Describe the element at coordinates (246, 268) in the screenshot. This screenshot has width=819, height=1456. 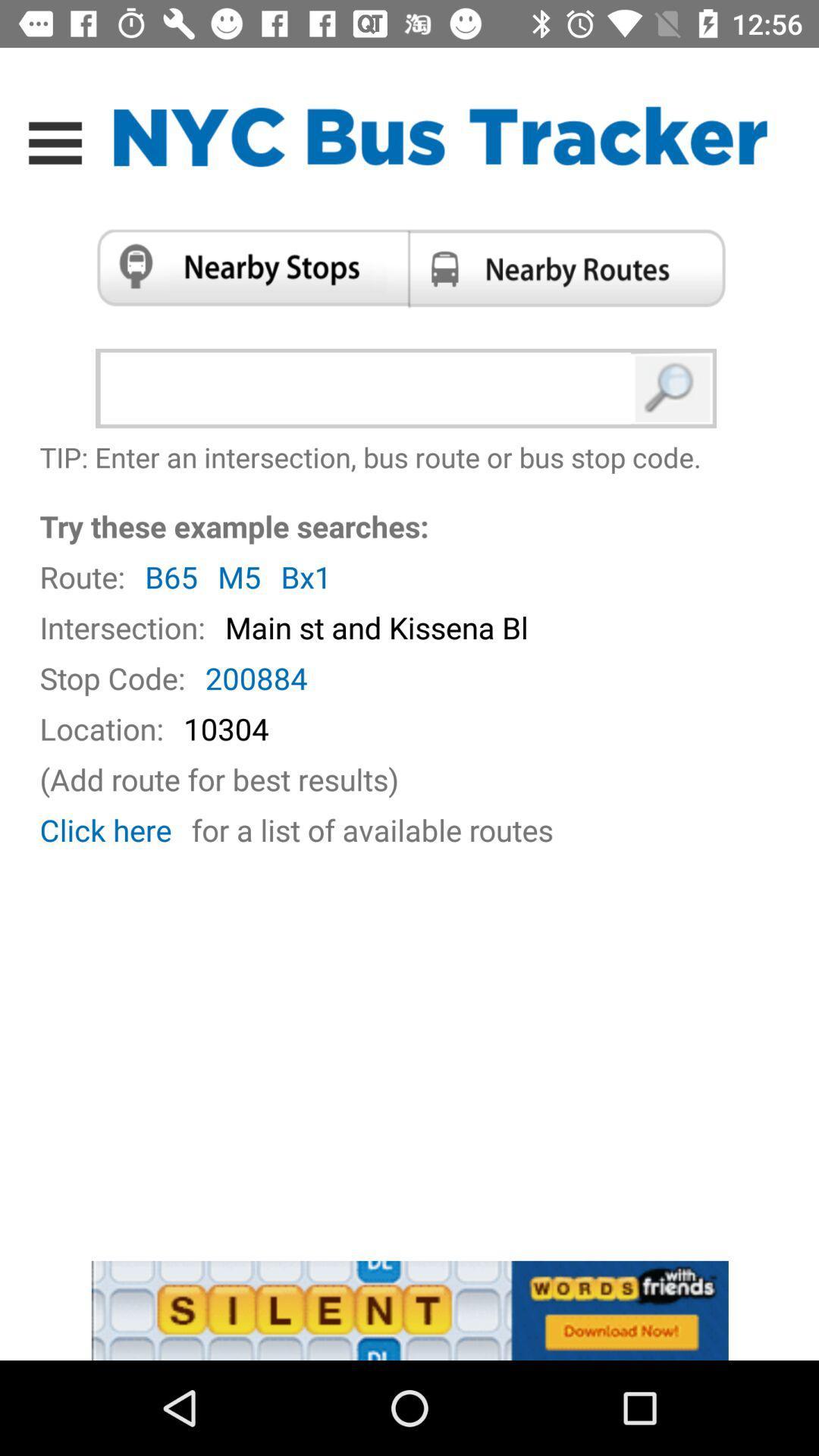
I see `stop of peace` at that location.